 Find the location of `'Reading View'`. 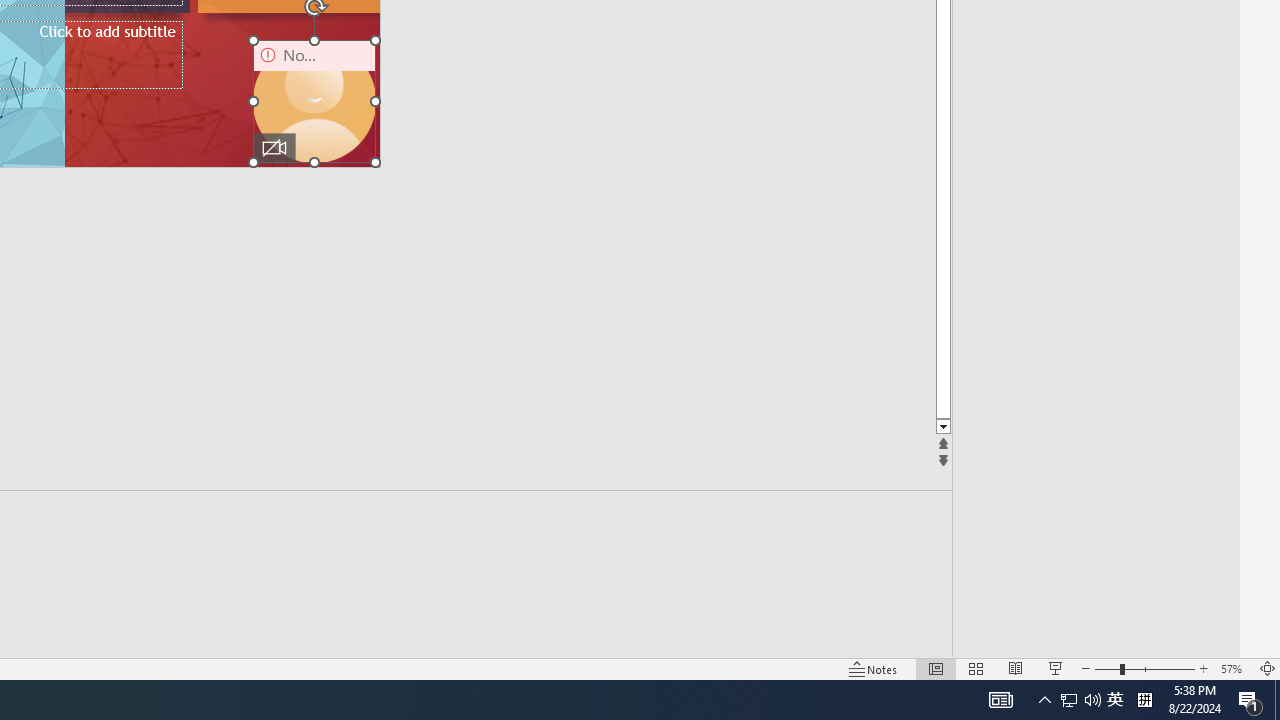

'Reading View' is located at coordinates (1015, 669).